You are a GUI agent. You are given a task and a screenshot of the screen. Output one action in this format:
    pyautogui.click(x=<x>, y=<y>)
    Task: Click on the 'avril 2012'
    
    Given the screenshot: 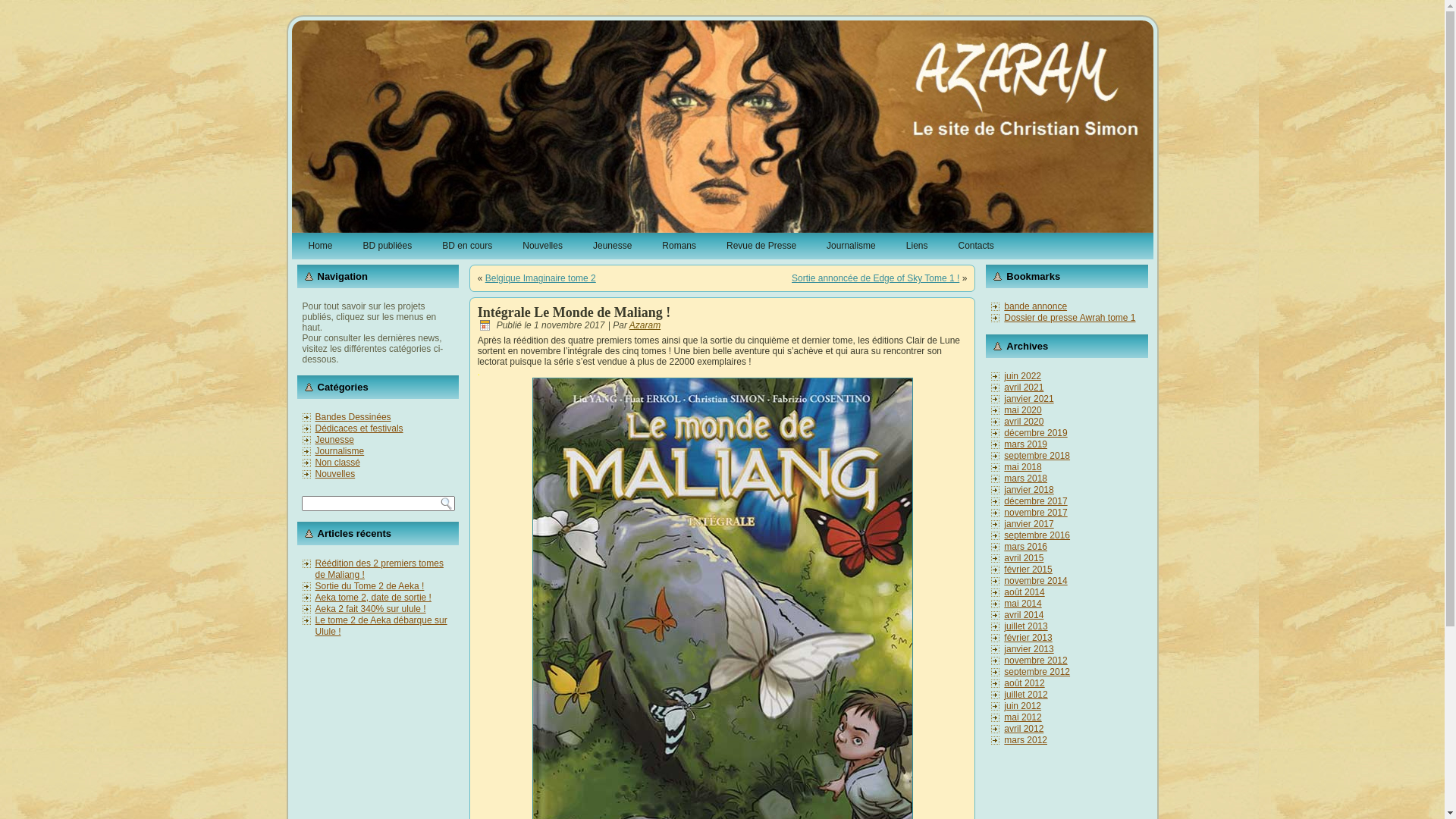 What is the action you would take?
    pyautogui.click(x=1023, y=727)
    